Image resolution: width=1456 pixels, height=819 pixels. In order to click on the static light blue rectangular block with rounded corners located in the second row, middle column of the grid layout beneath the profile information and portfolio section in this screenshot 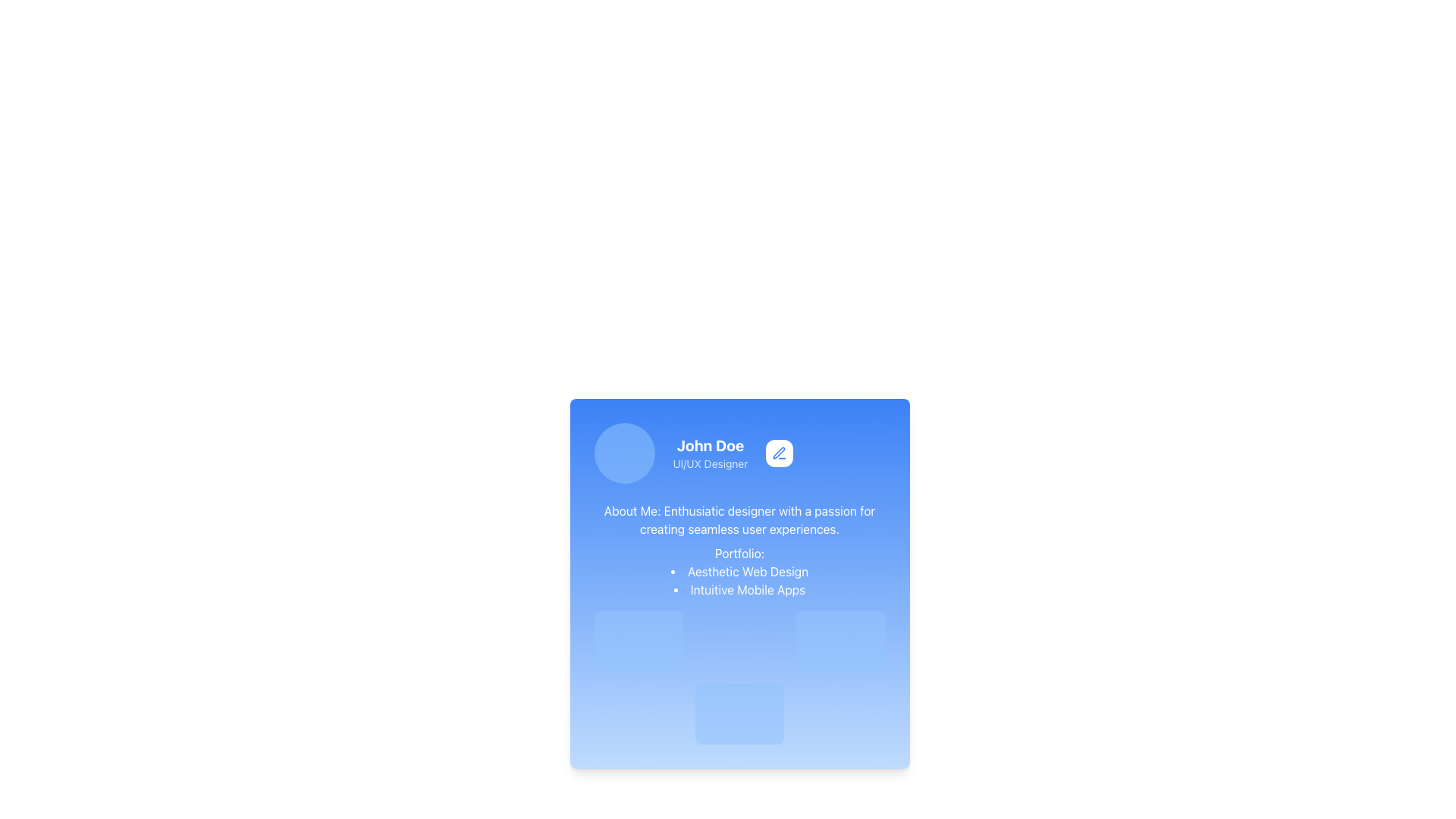, I will do `click(739, 714)`.